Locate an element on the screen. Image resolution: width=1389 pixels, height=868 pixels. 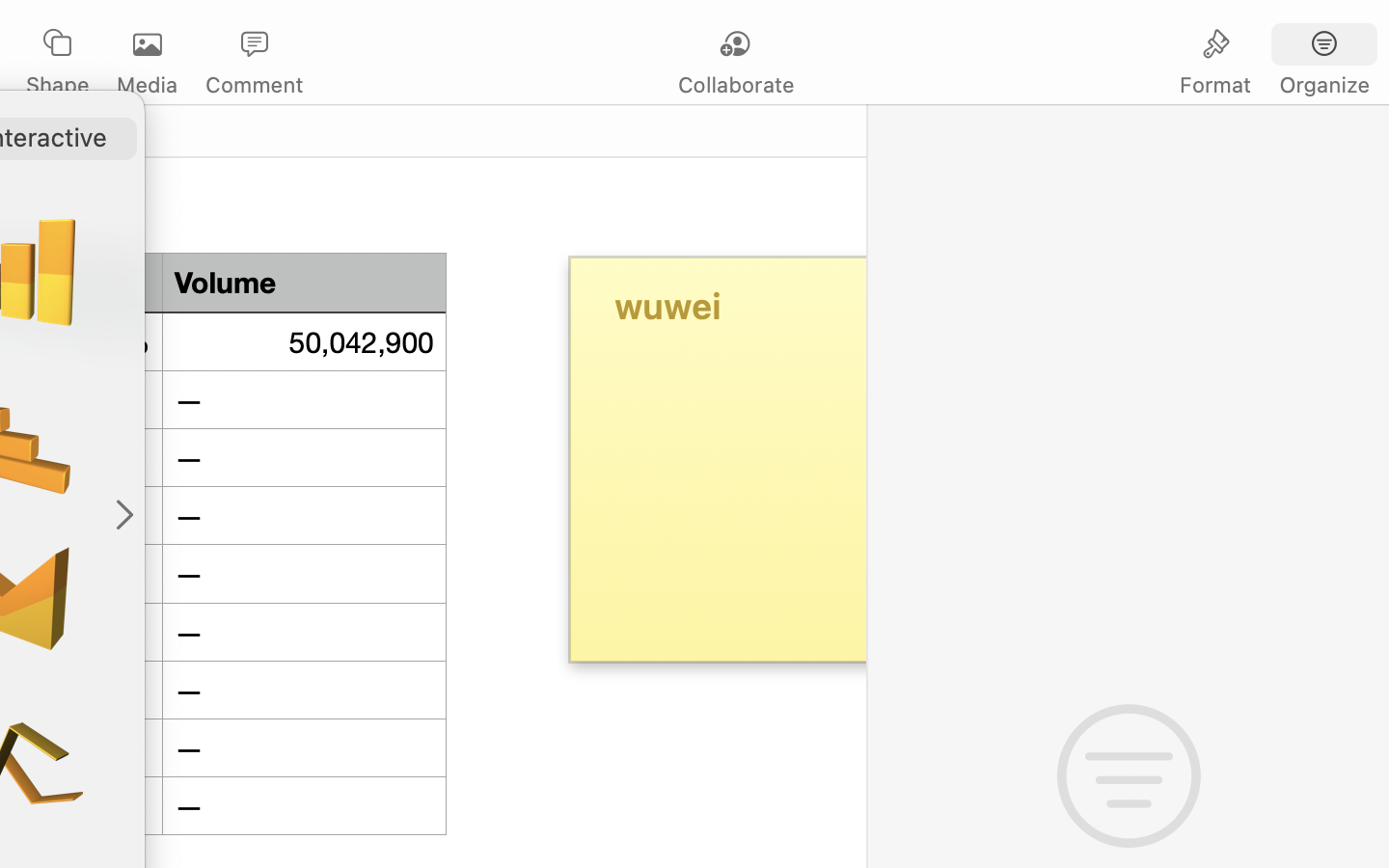
'Organize' is located at coordinates (1322, 84).